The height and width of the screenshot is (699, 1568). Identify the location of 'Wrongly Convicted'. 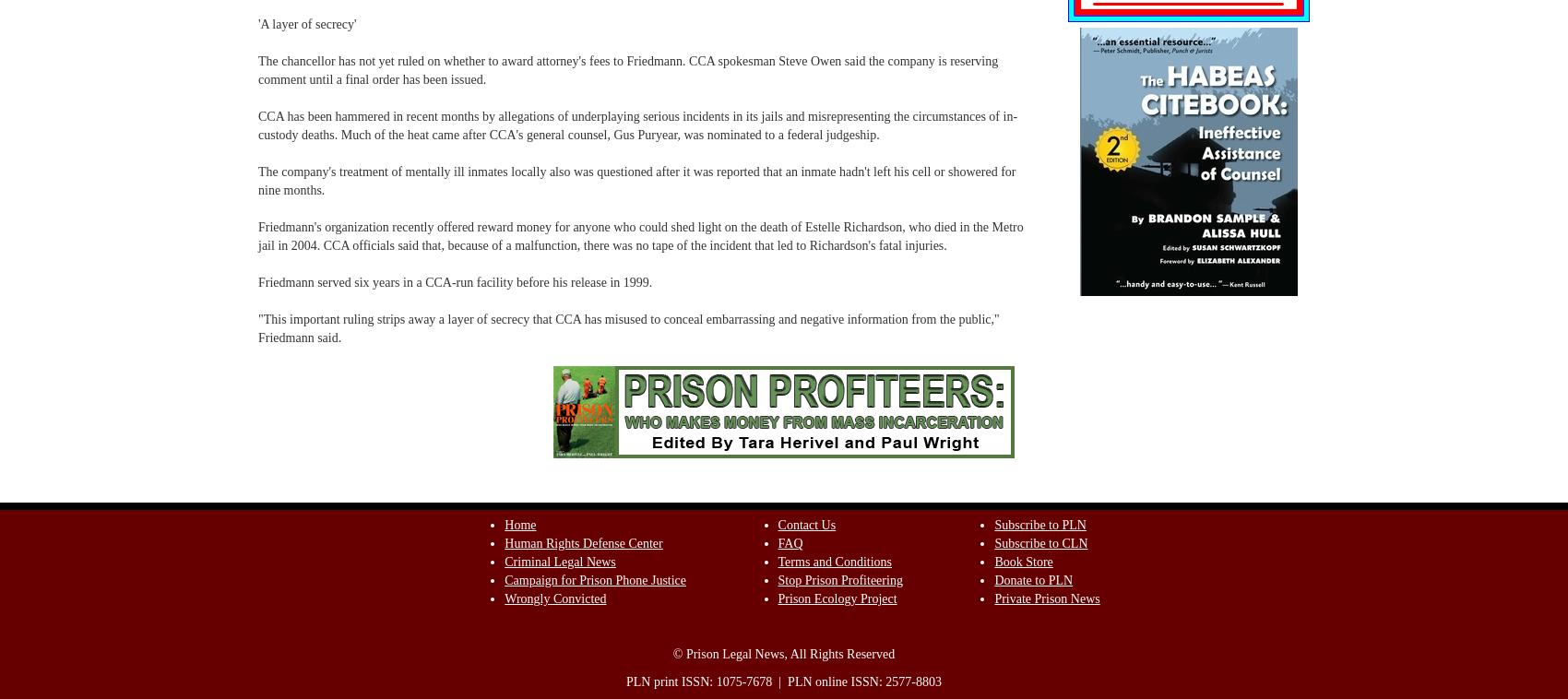
(553, 598).